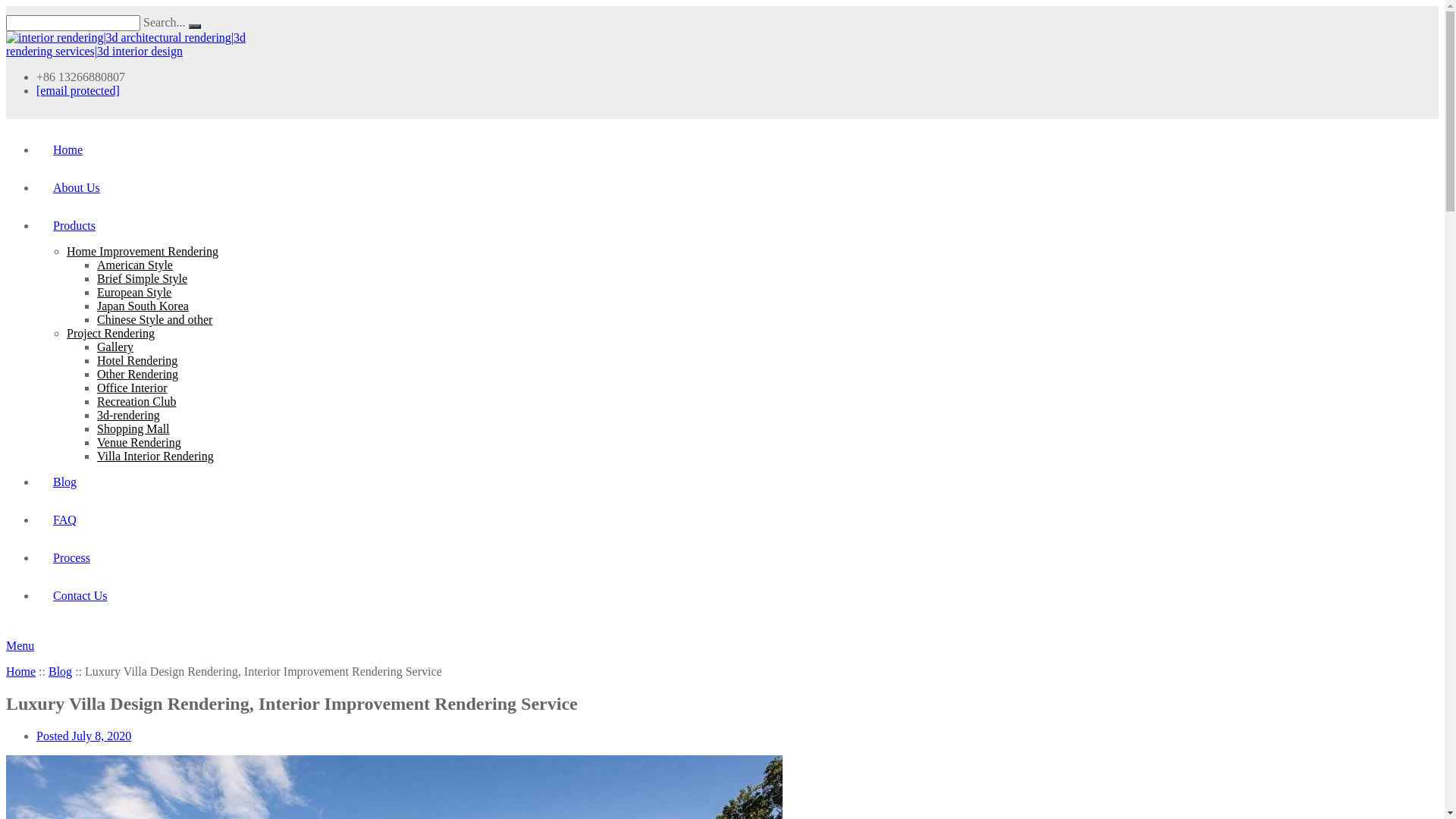 The height and width of the screenshot is (819, 1456). I want to click on 'Recreation Club', so click(136, 400).